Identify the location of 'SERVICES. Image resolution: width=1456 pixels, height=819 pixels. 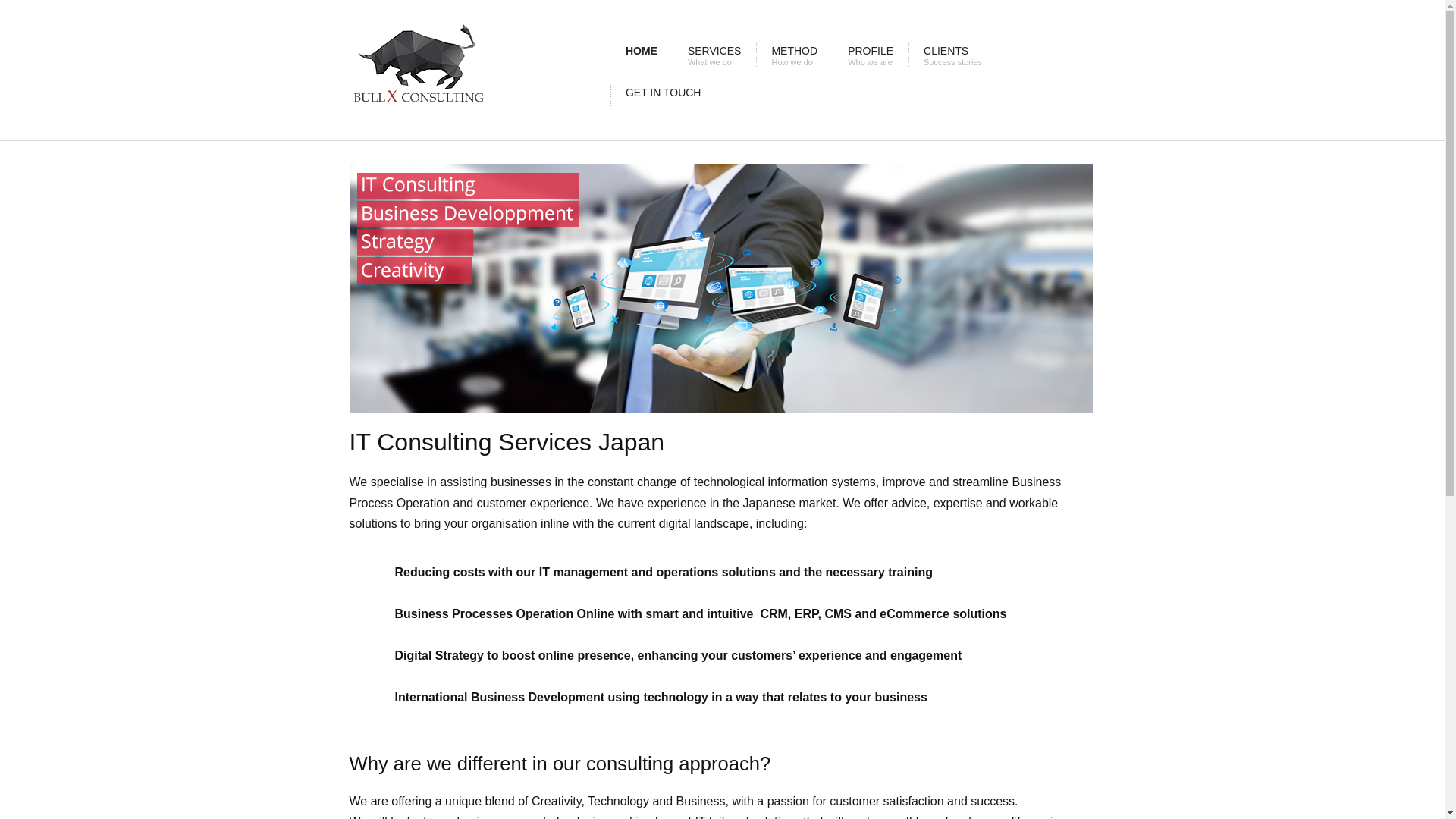
(714, 54).